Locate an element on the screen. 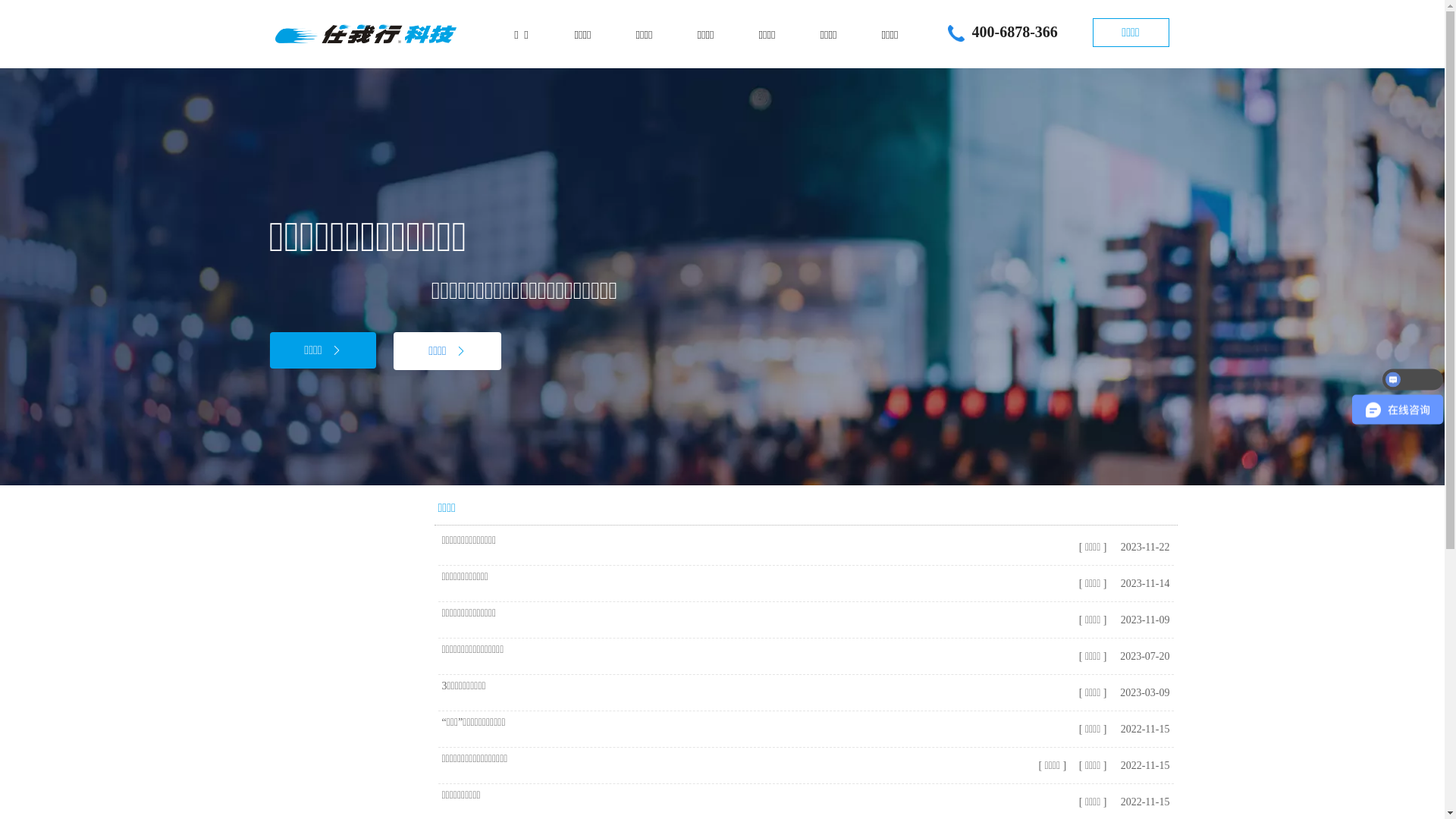 This screenshot has width=1456, height=819. '2023-11-09' is located at coordinates (1143, 620).